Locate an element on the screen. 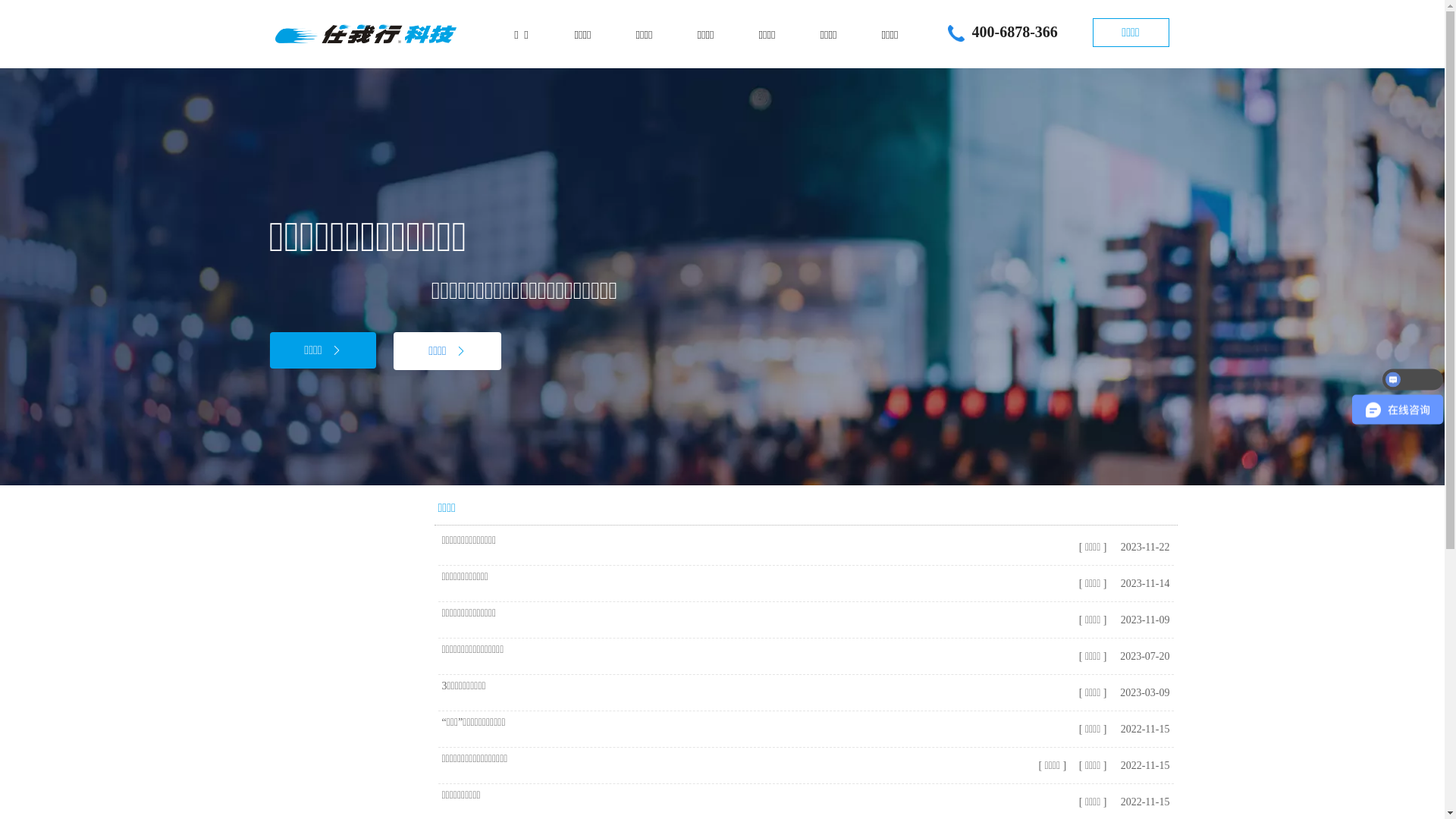 This screenshot has width=1456, height=819. '2023-11-09' is located at coordinates (1143, 620).